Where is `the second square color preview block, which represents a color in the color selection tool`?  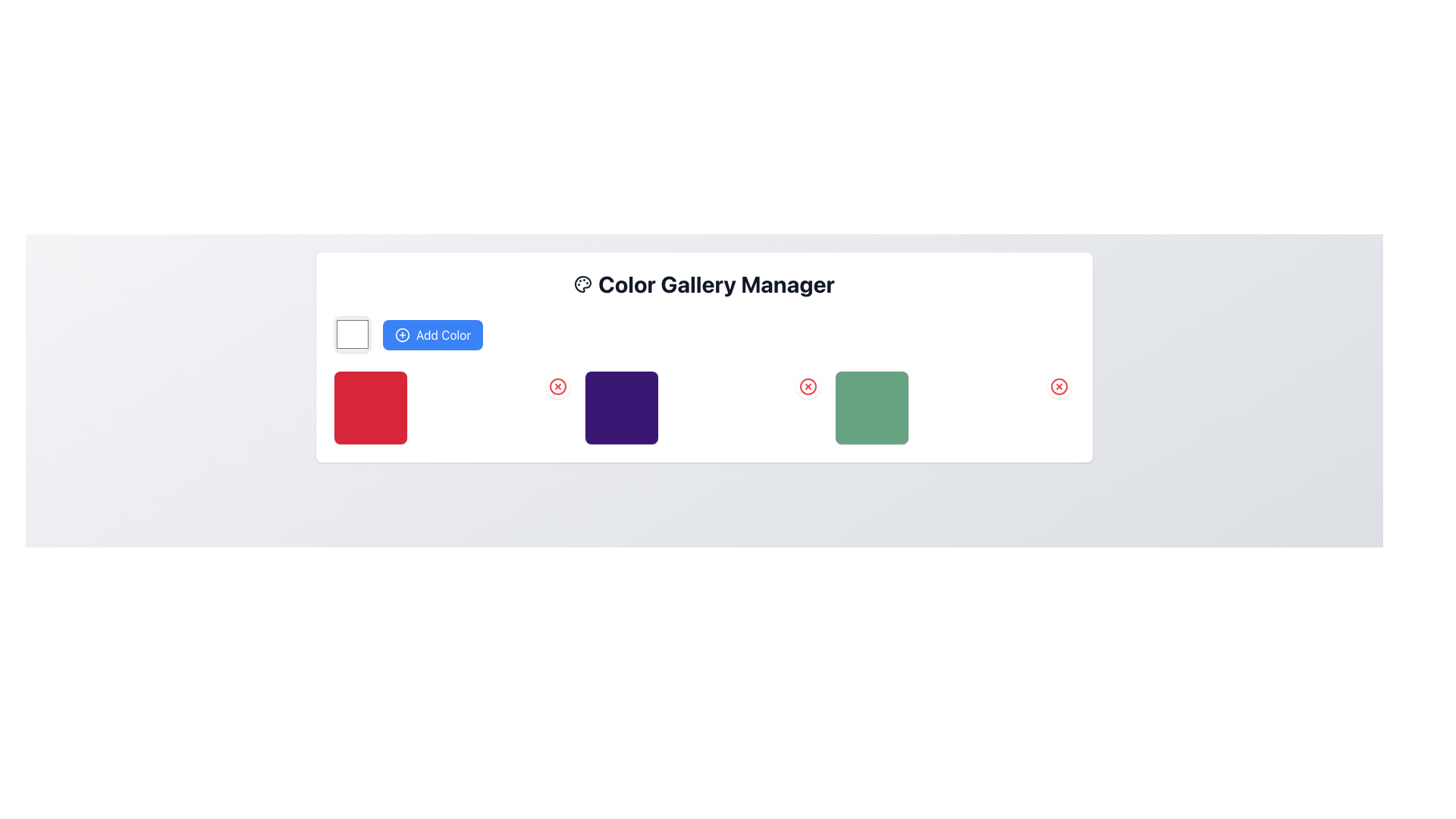
the second square color preview block, which represents a color in the color selection tool is located at coordinates (621, 406).